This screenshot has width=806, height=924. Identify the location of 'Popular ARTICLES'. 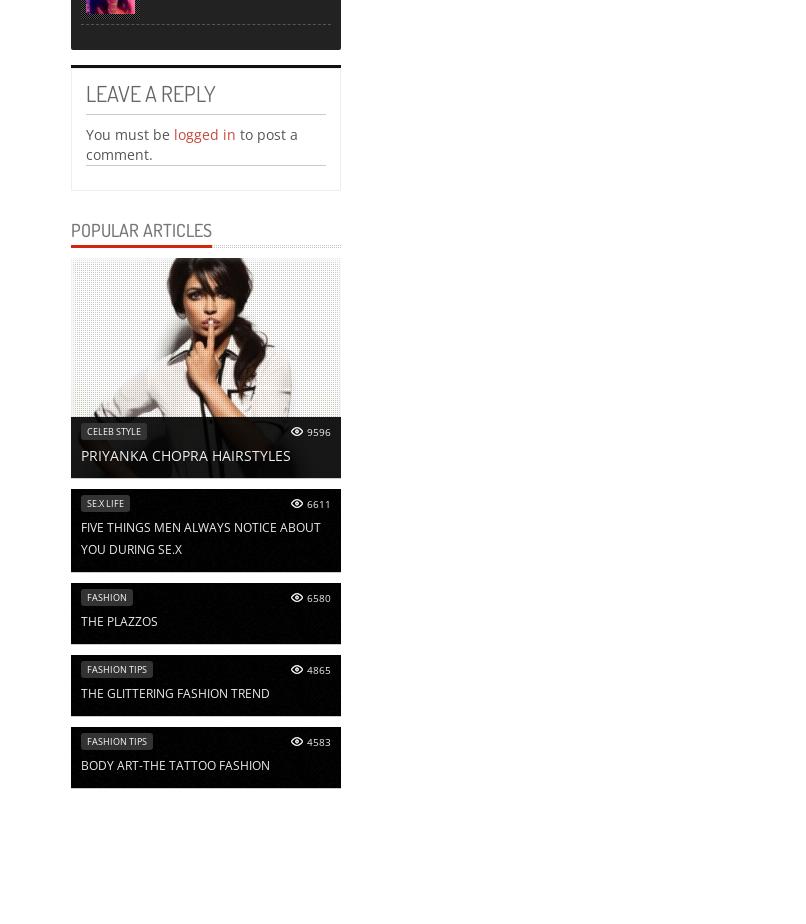
(141, 228).